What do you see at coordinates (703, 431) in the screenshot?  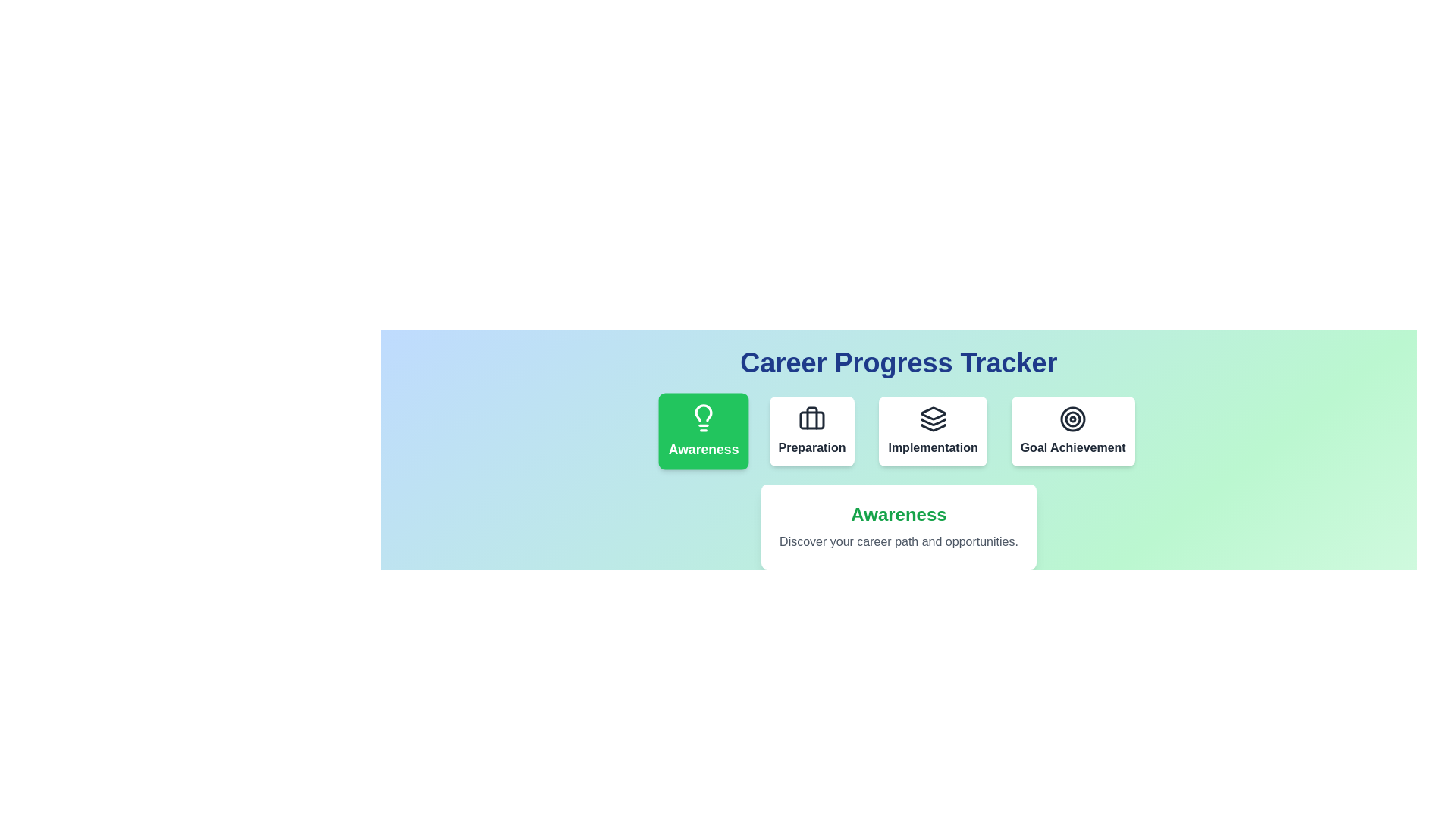 I see `the phase Awareness by clicking on its button` at bounding box center [703, 431].